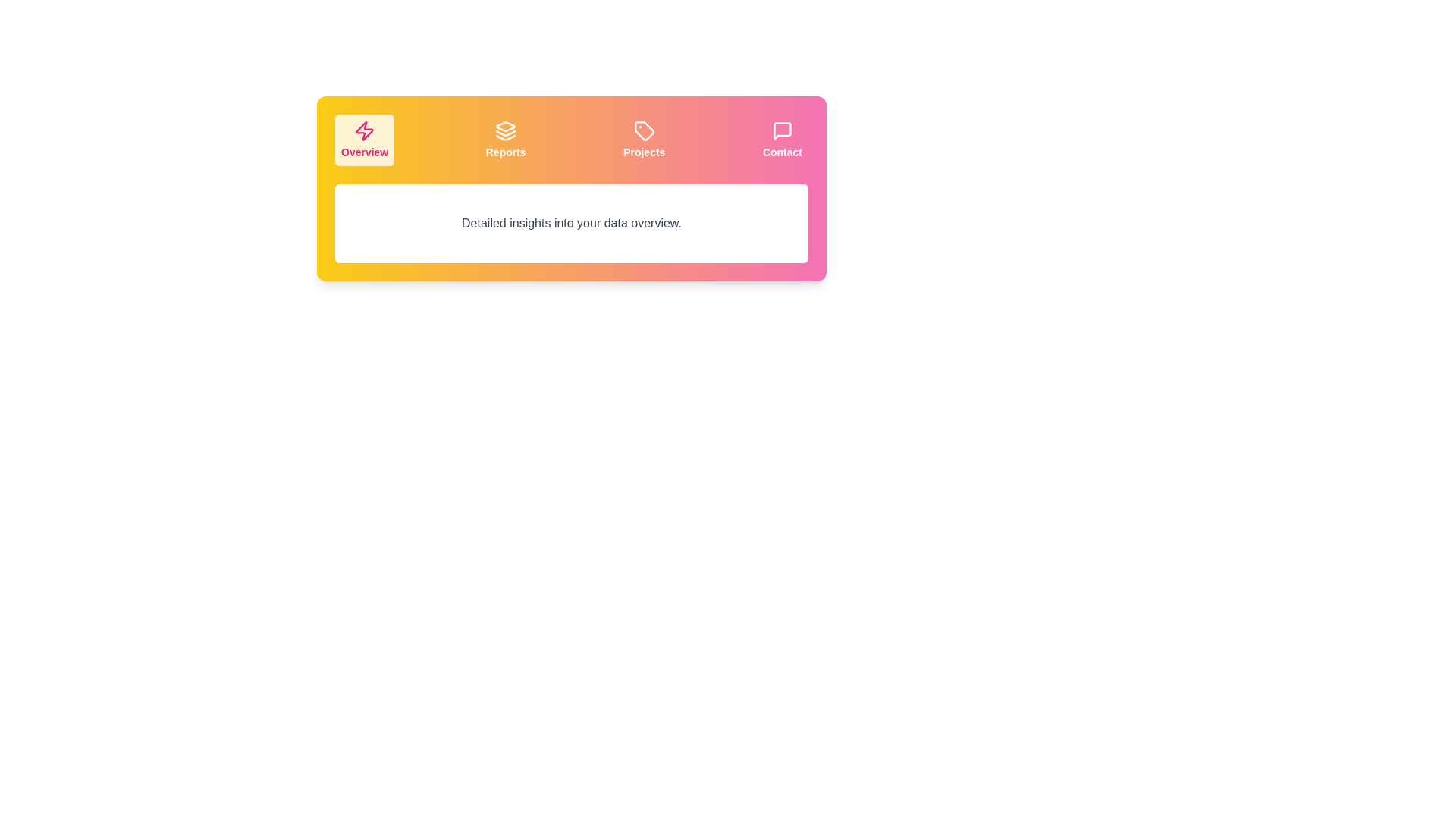 The width and height of the screenshot is (1456, 819). Describe the element at coordinates (783, 130) in the screenshot. I see `the communication or contact icon located at the top-right corner of the horizontal navigation menu, above the 'Contact' text label` at that location.